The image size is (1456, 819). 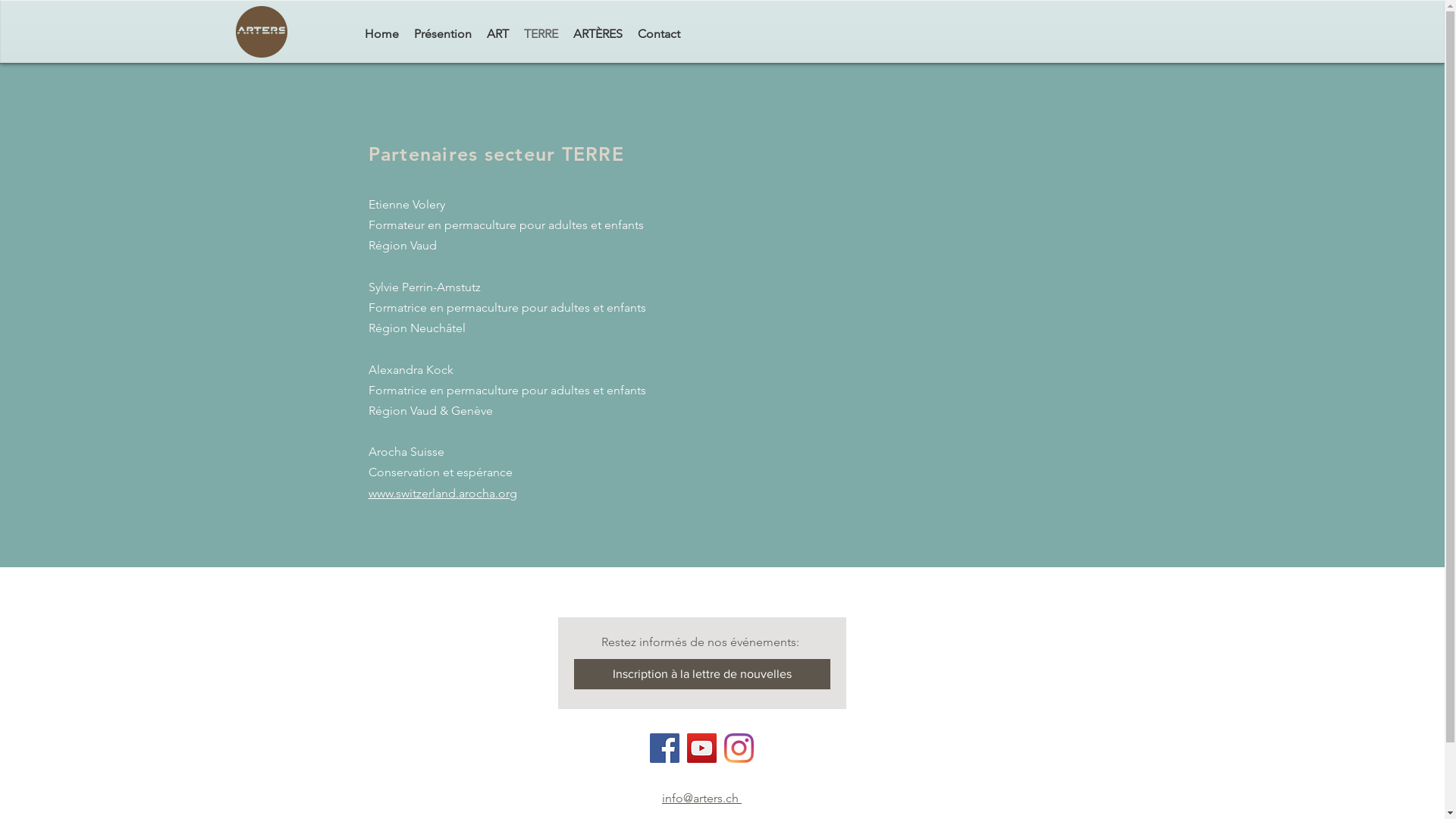 I want to click on 'Home', so click(x=381, y=34).